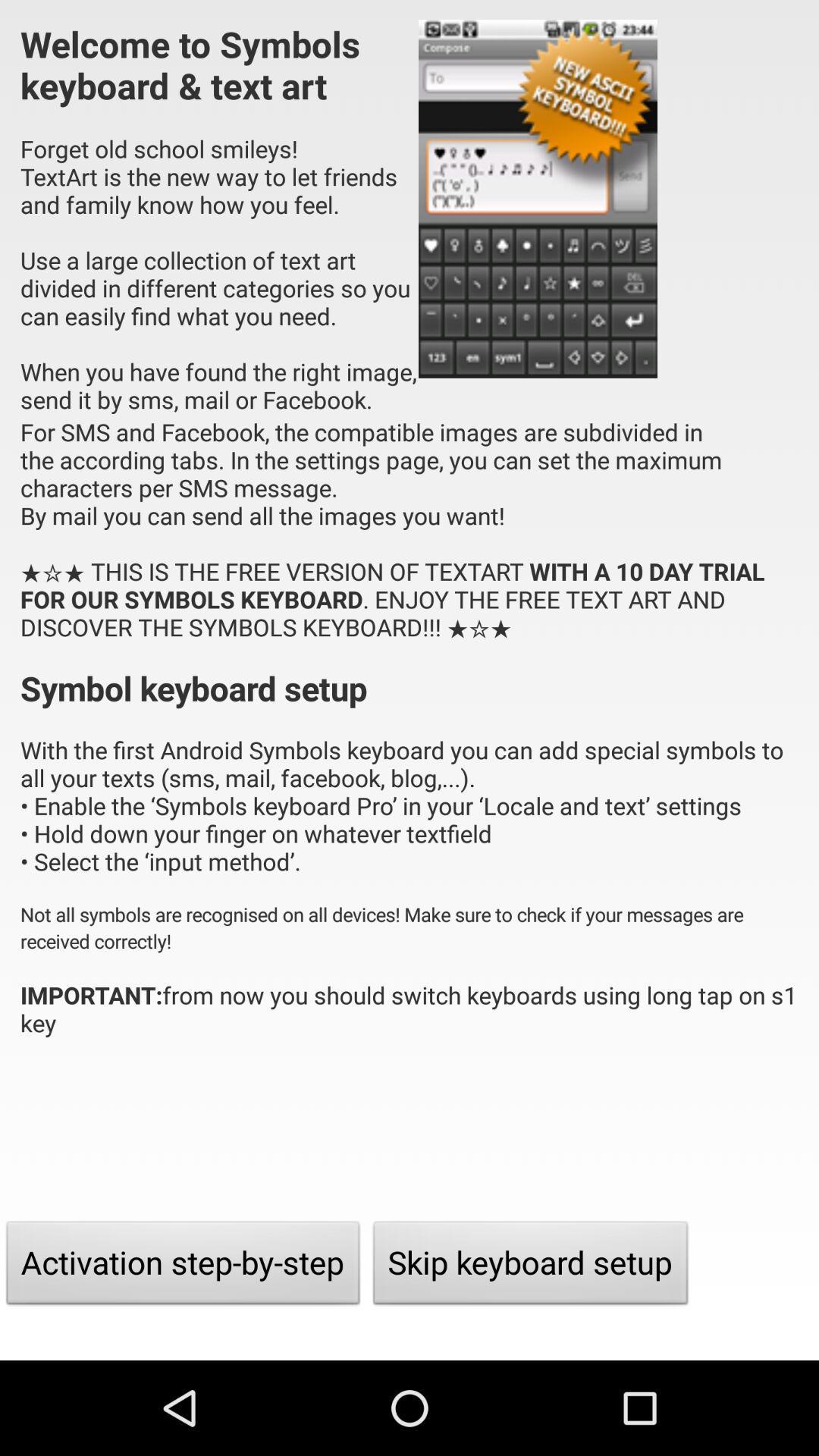 Image resolution: width=819 pixels, height=1456 pixels. What do you see at coordinates (530, 1266) in the screenshot?
I see `button next to the activation step by item` at bounding box center [530, 1266].